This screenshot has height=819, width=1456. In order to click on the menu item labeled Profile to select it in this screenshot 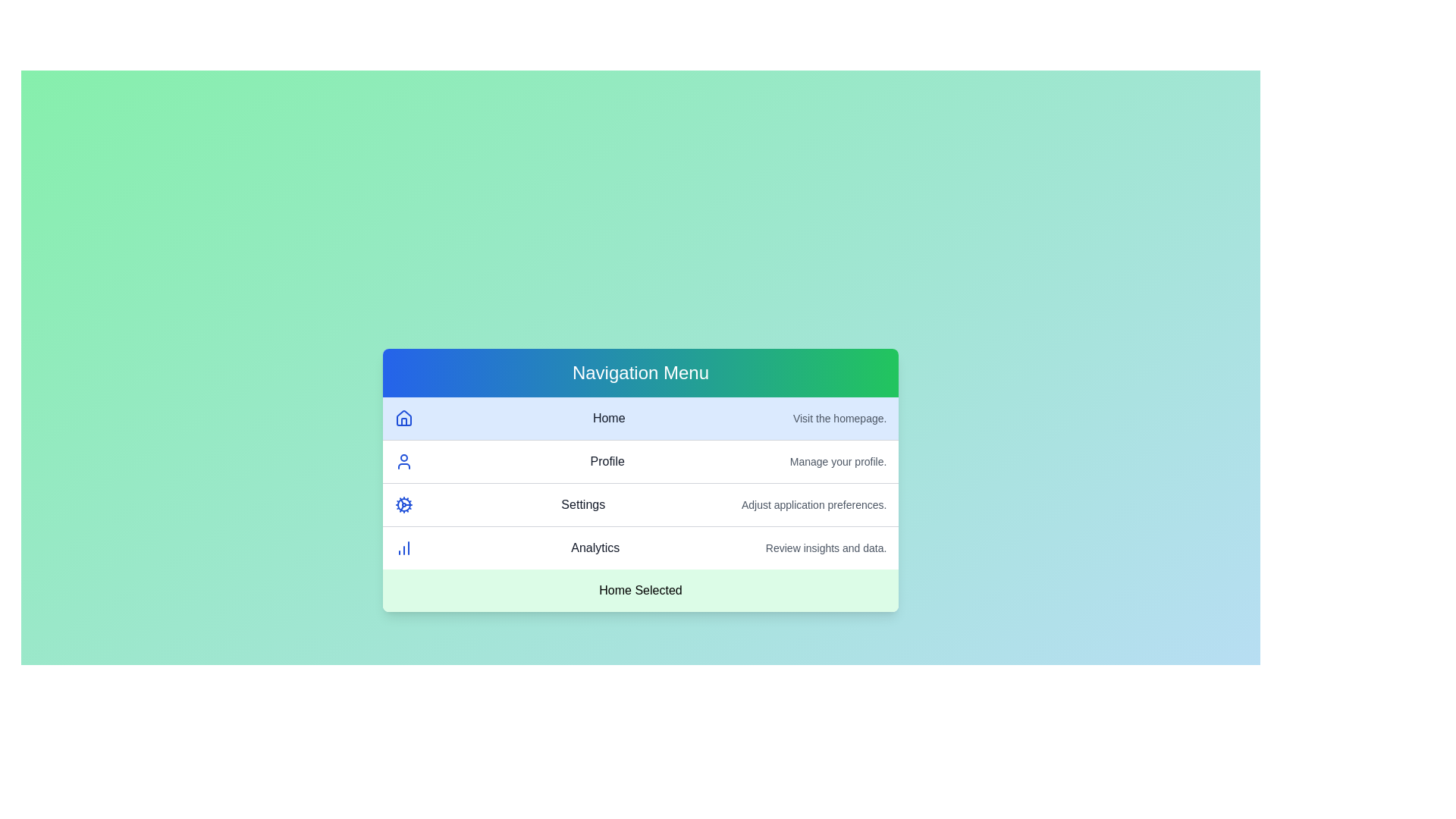, I will do `click(640, 461)`.